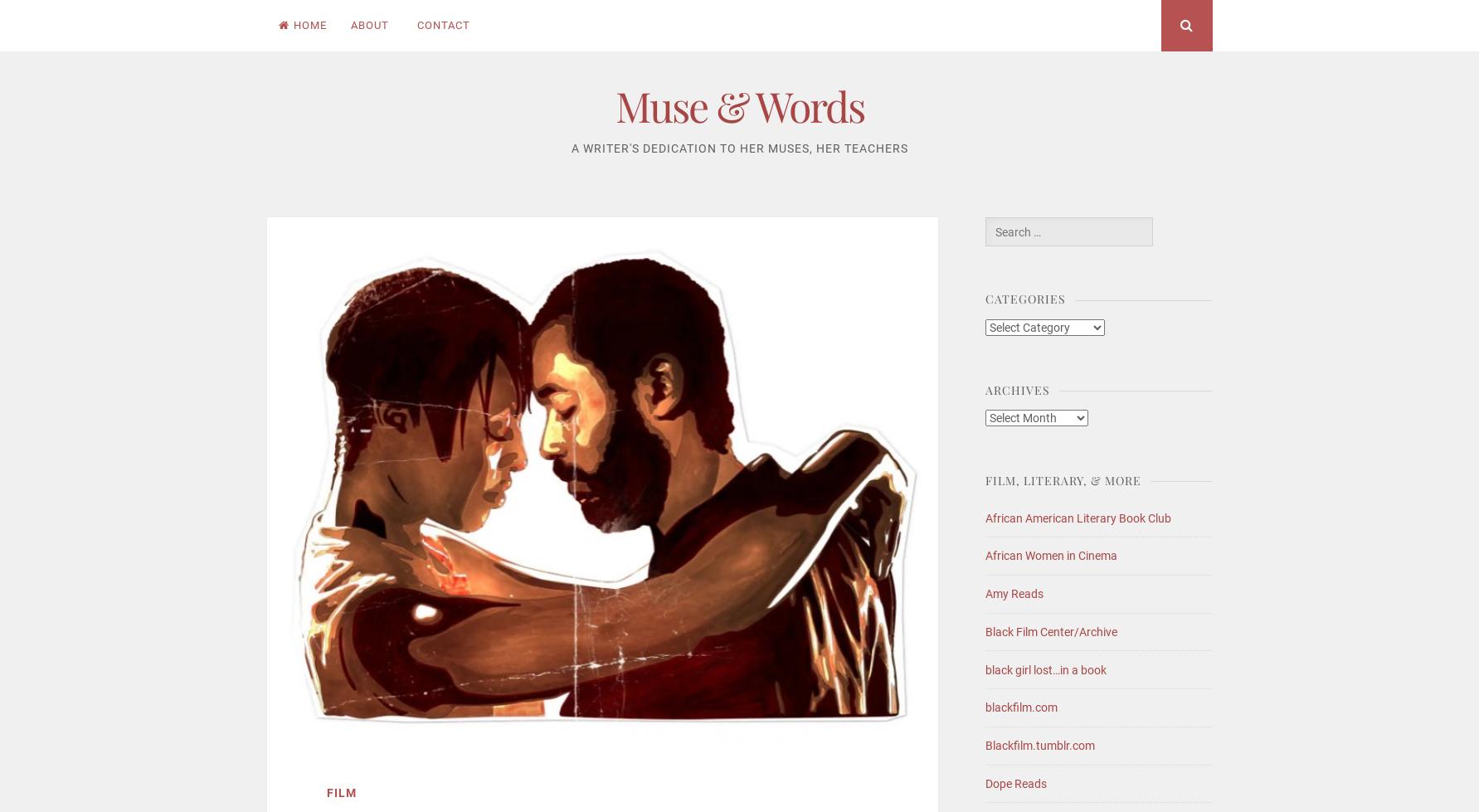  I want to click on 'Black Film Center/Archive', so click(1050, 630).